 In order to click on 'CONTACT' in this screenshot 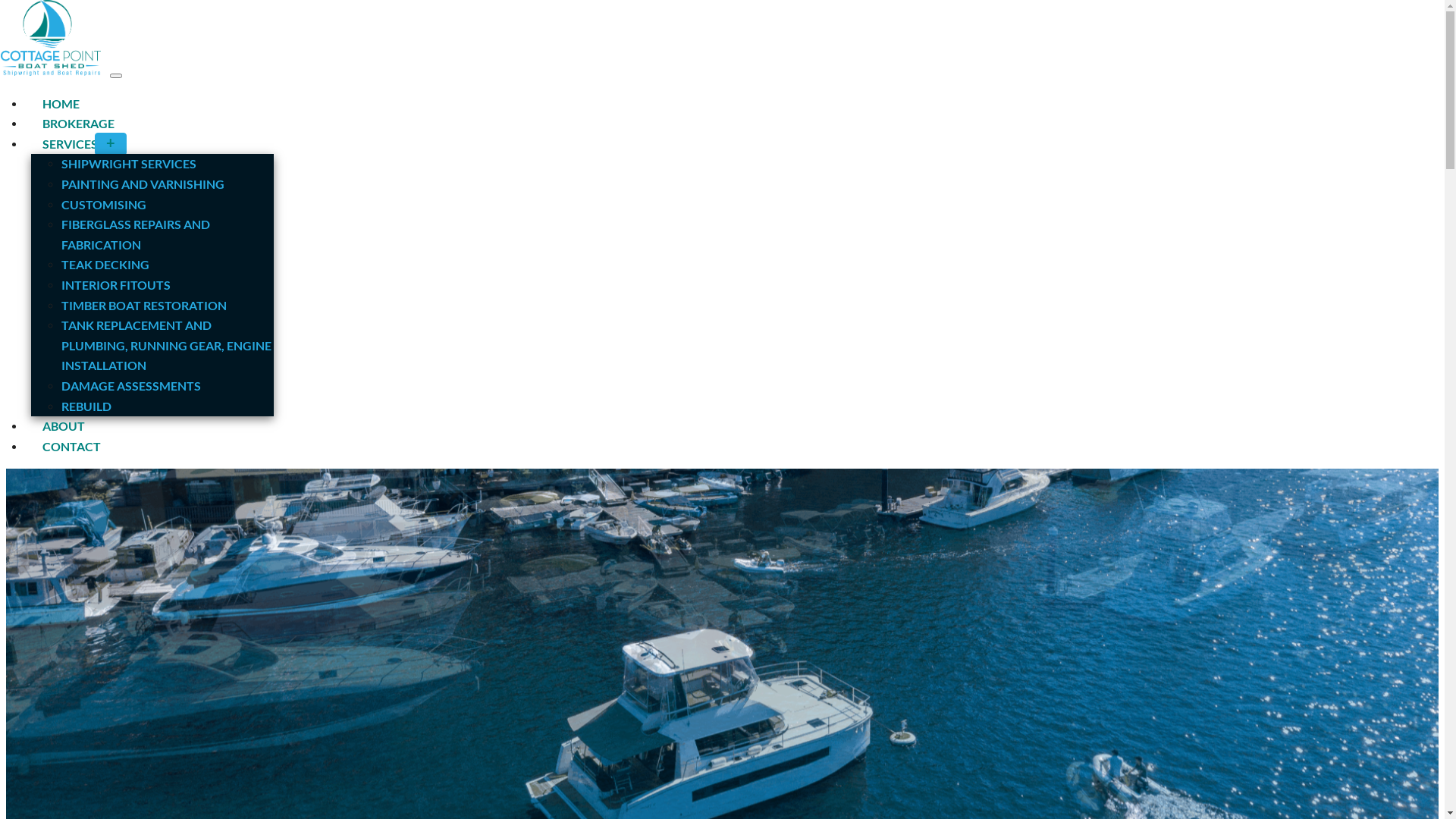, I will do `click(71, 445)`.